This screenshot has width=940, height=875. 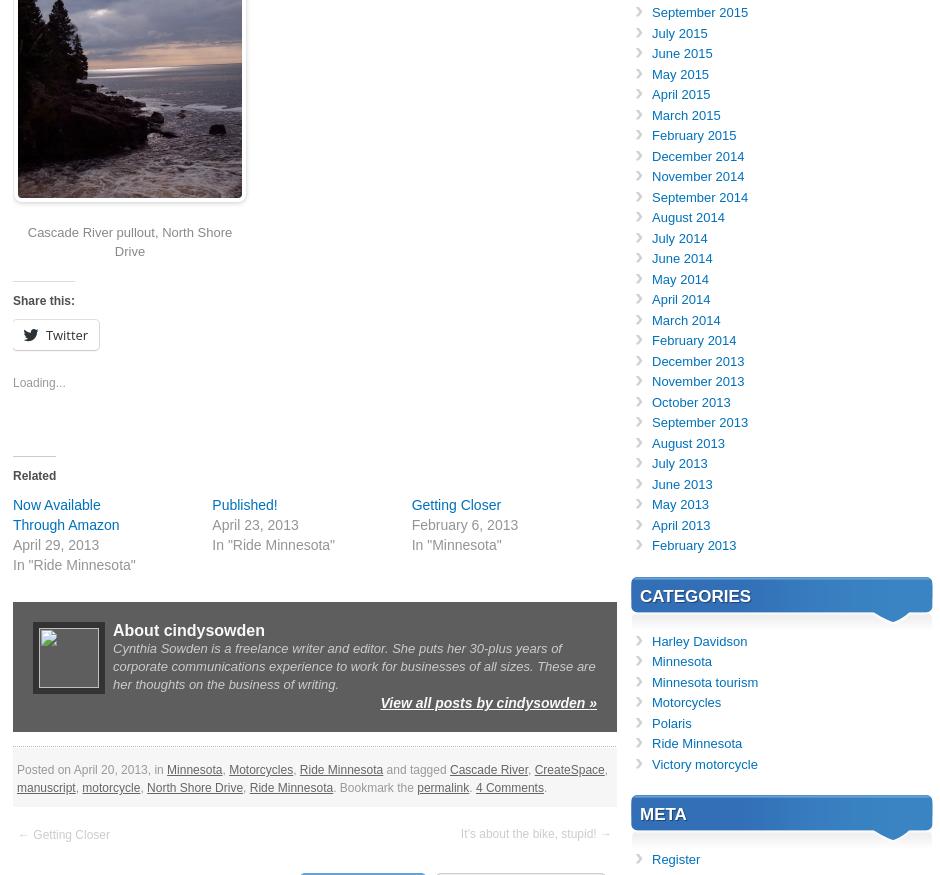 I want to click on 'Minnesota tourism', so click(x=705, y=680).